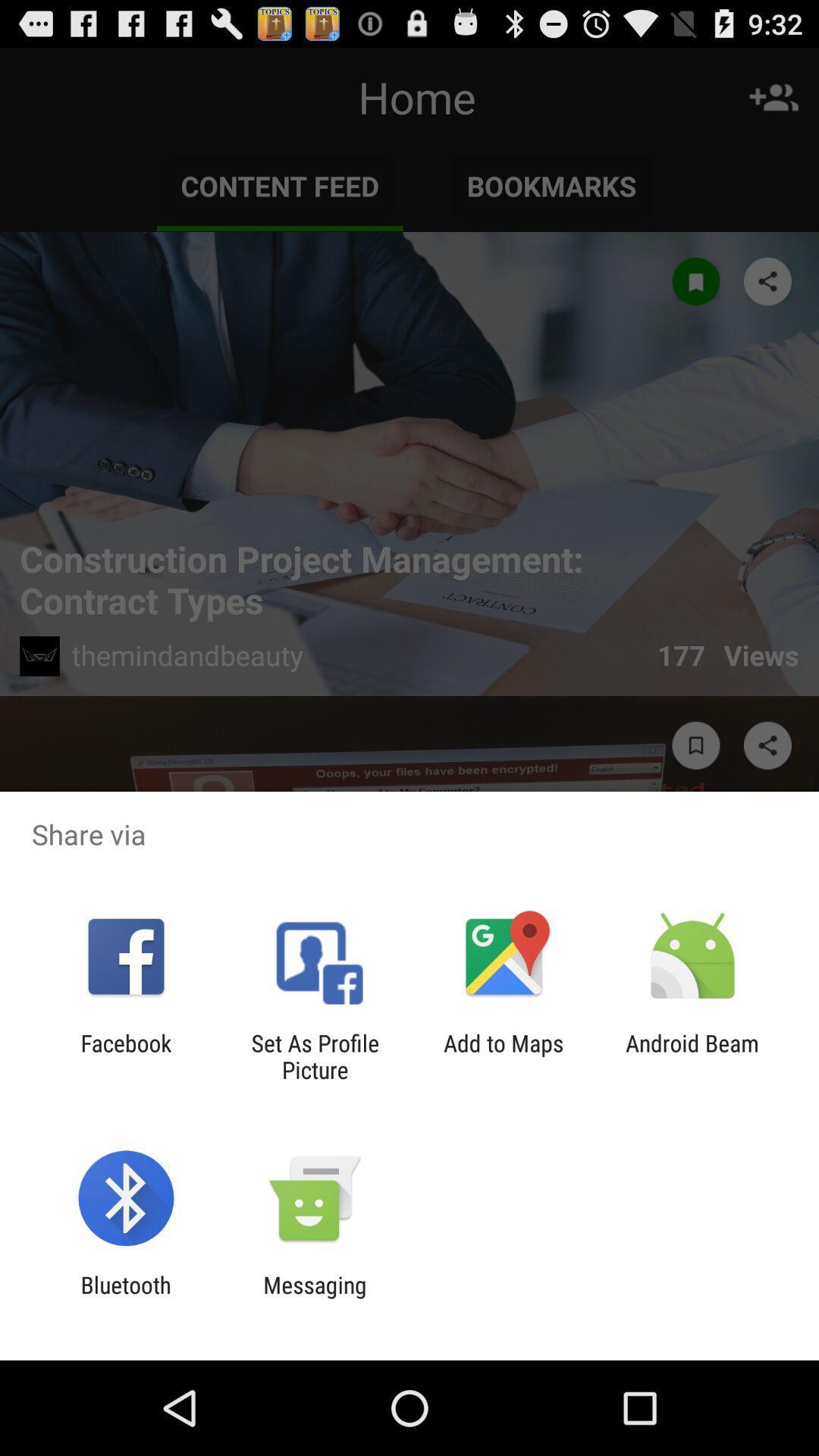 This screenshot has width=819, height=1456. I want to click on the app to the right of facebook item, so click(314, 1056).